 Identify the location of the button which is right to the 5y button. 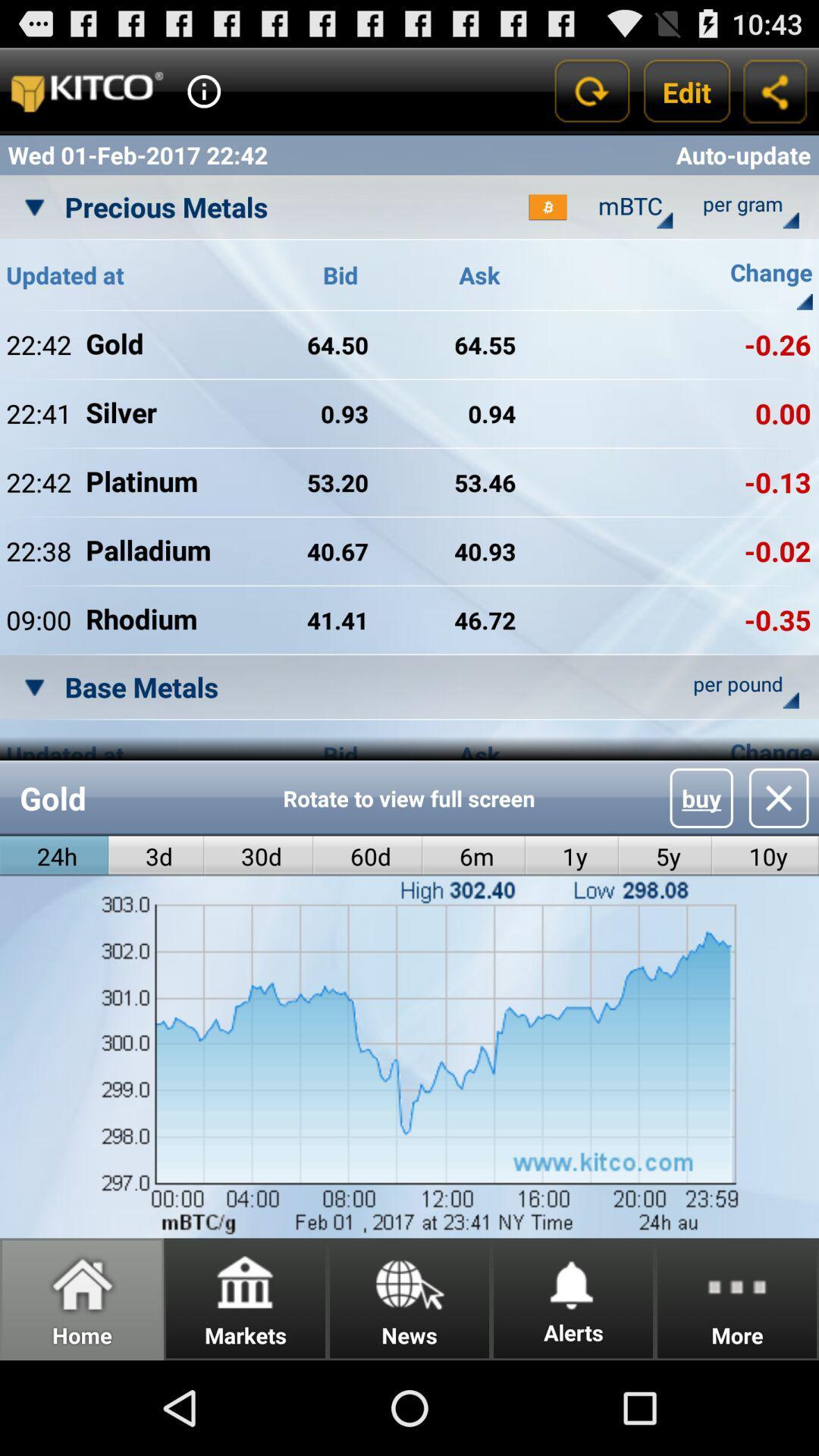
(765, 856).